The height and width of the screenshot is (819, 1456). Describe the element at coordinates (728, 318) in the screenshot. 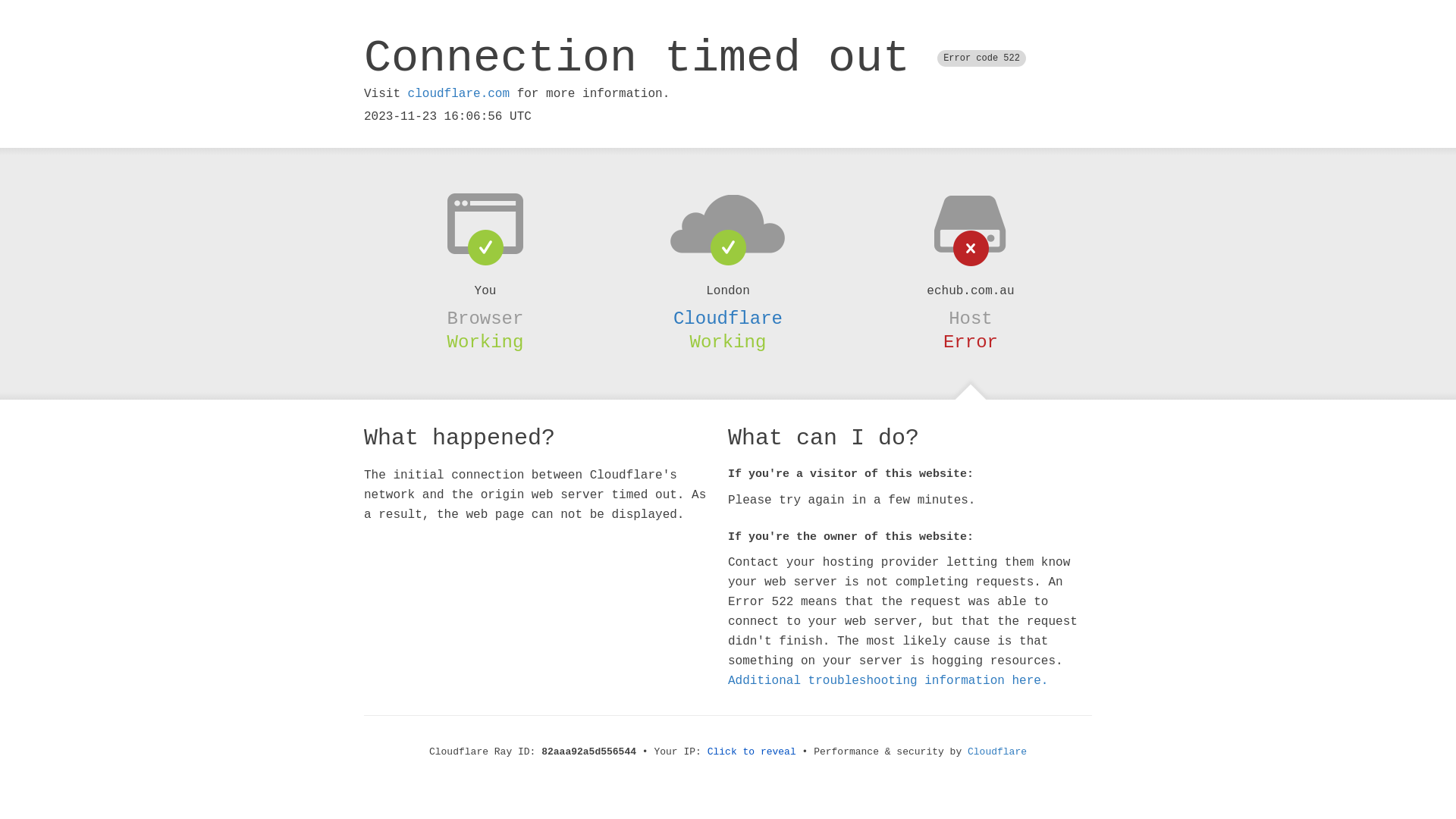

I see `'Cloudflare'` at that location.